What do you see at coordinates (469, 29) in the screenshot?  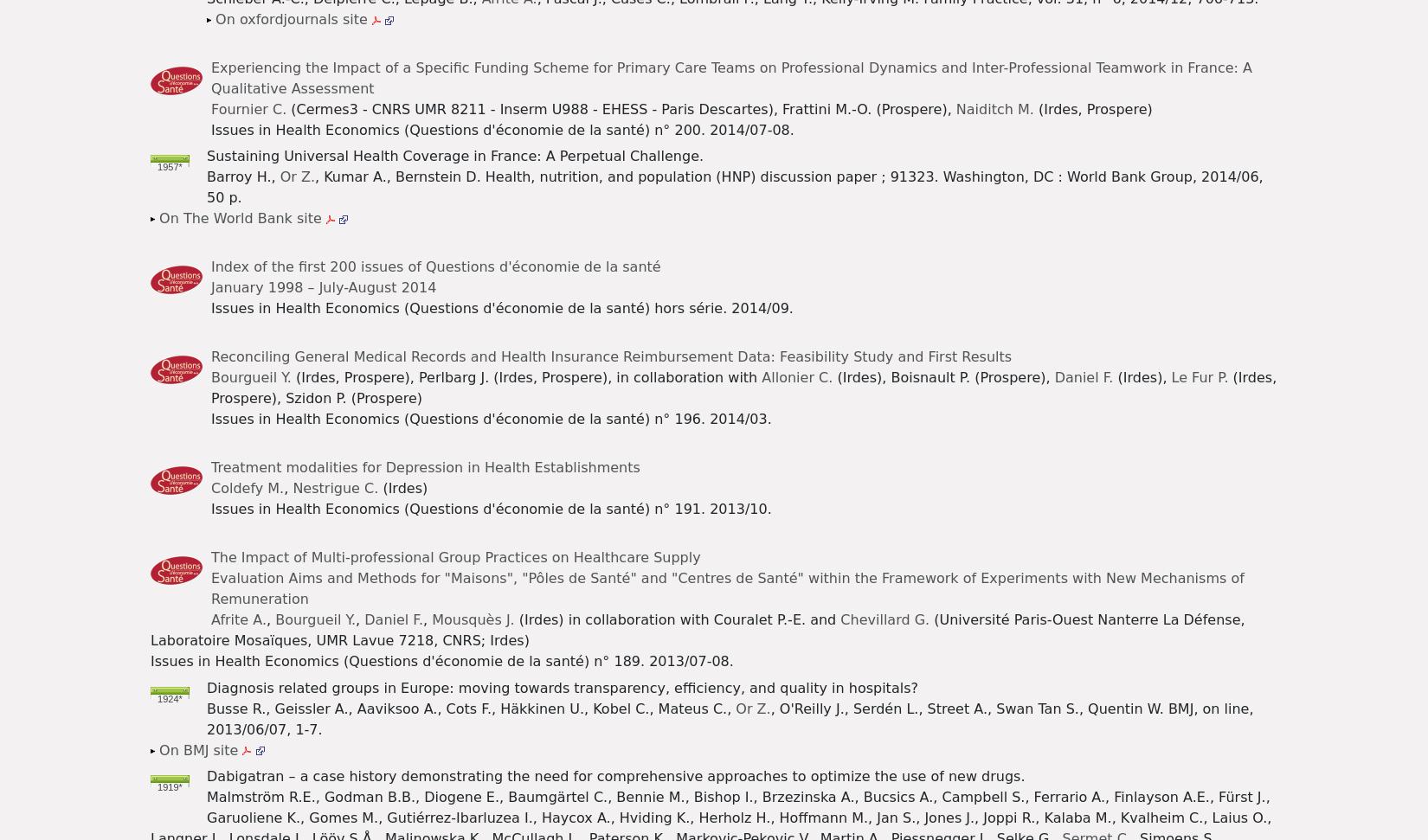 I see `'Newsletter'` at bounding box center [469, 29].